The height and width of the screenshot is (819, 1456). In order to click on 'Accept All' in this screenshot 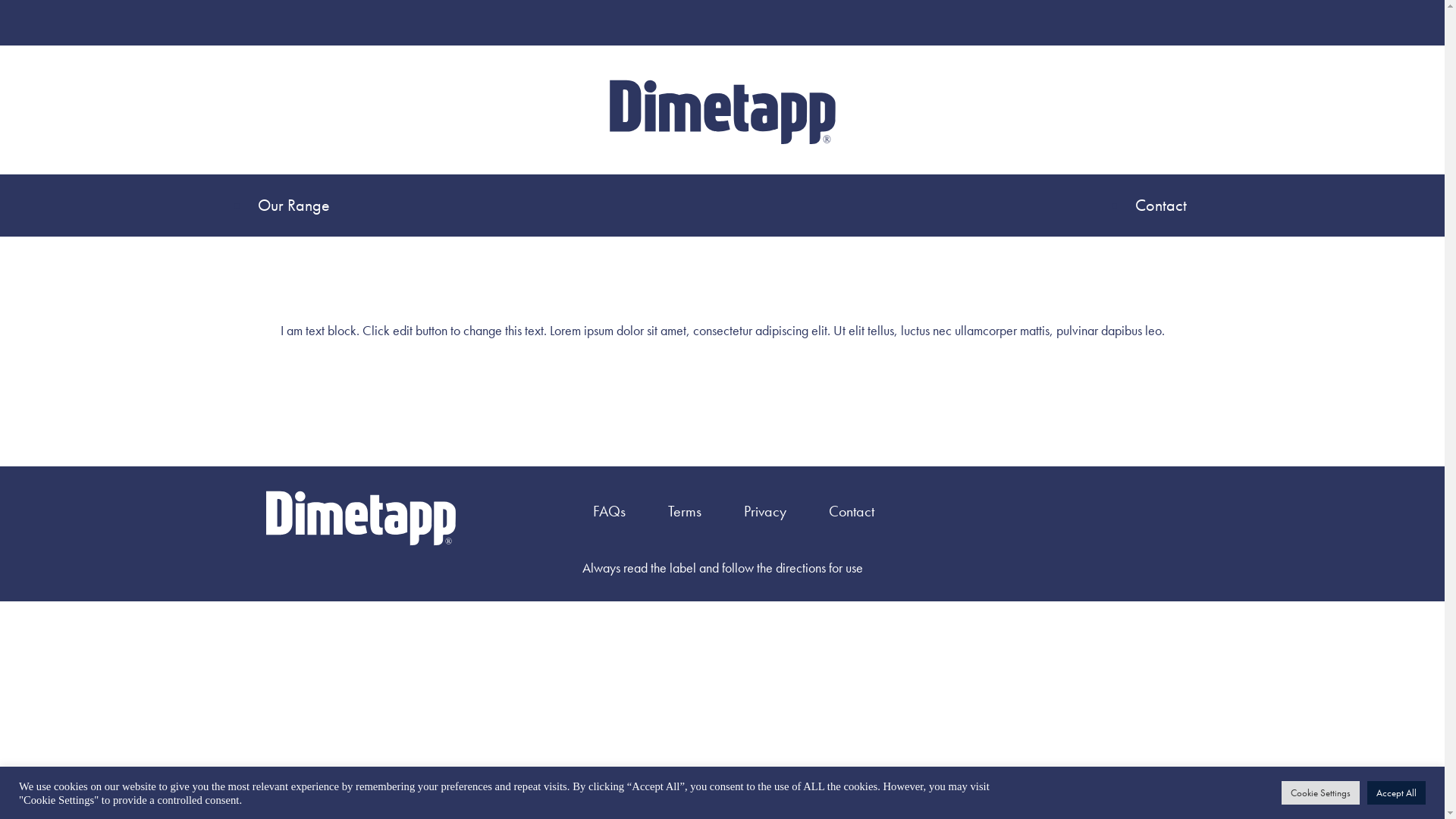, I will do `click(1395, 792)`.